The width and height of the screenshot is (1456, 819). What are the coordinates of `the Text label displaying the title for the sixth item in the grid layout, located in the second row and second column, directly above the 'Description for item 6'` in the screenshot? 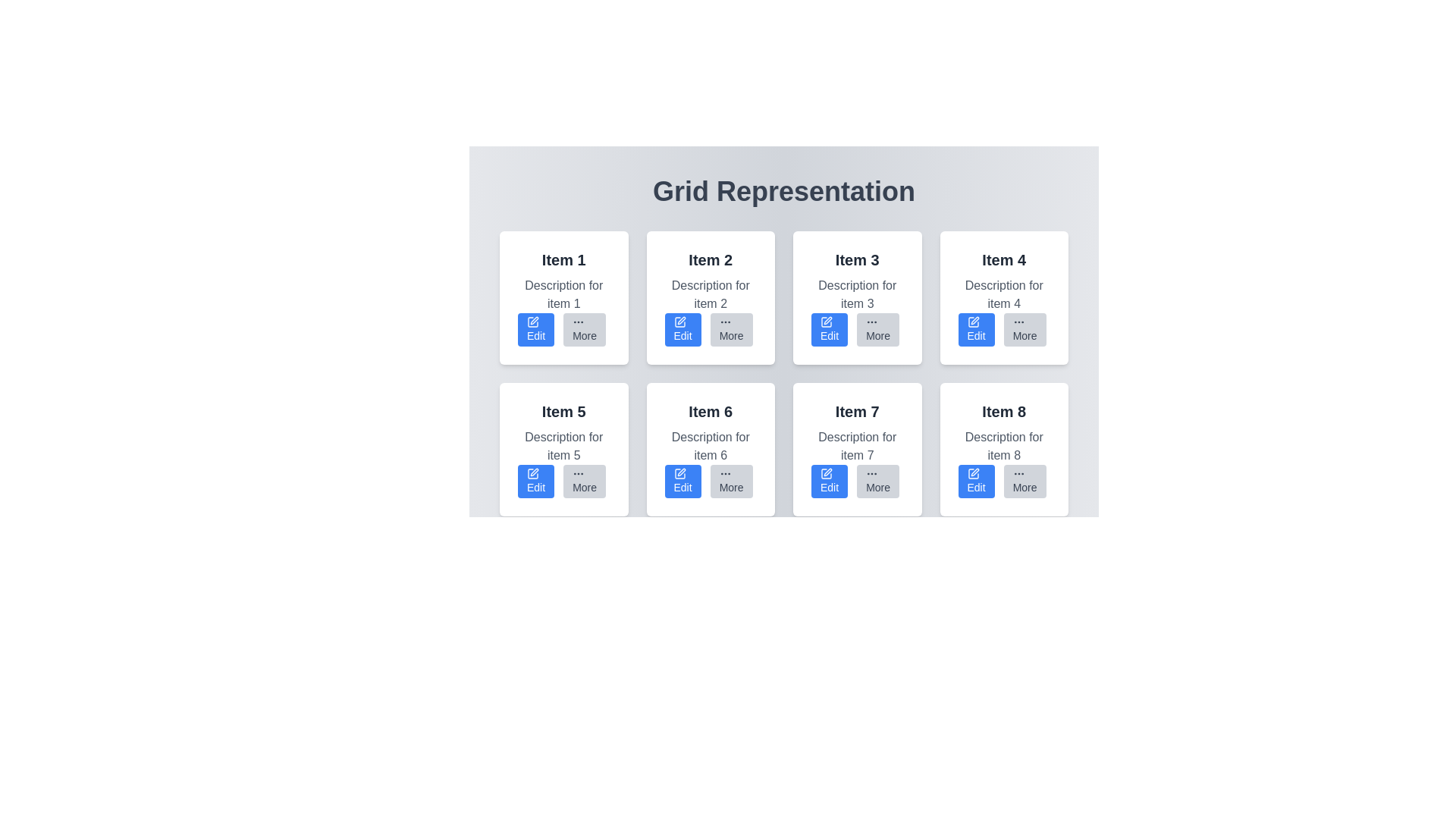 It's located at (710, 412).